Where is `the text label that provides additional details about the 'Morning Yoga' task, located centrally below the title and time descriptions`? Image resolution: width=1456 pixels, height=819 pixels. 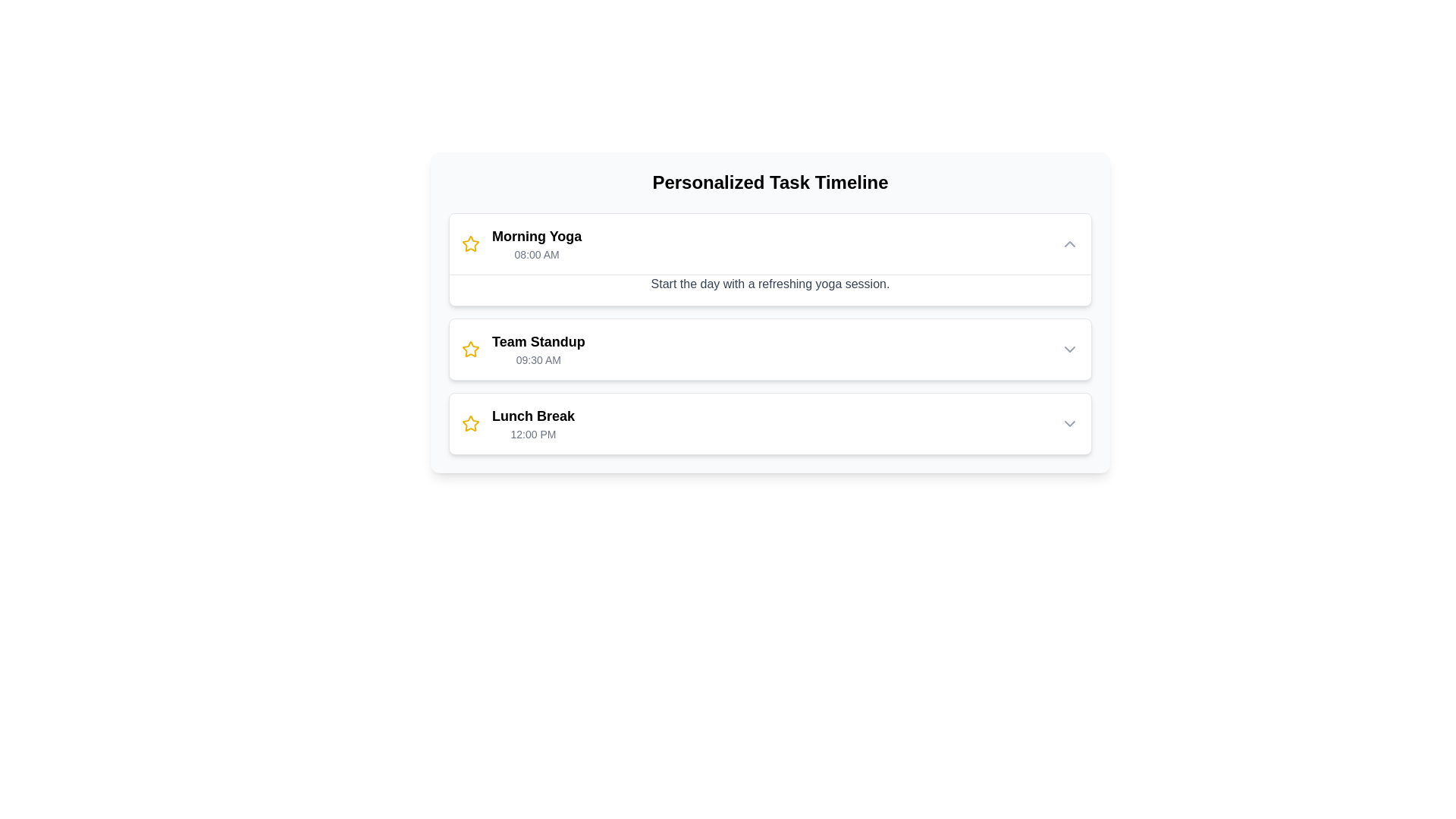 the text label that provides additional details about the 'Morning Yoga' task, located centrally below the title and time descriptions is located at coordinates (770, 290).